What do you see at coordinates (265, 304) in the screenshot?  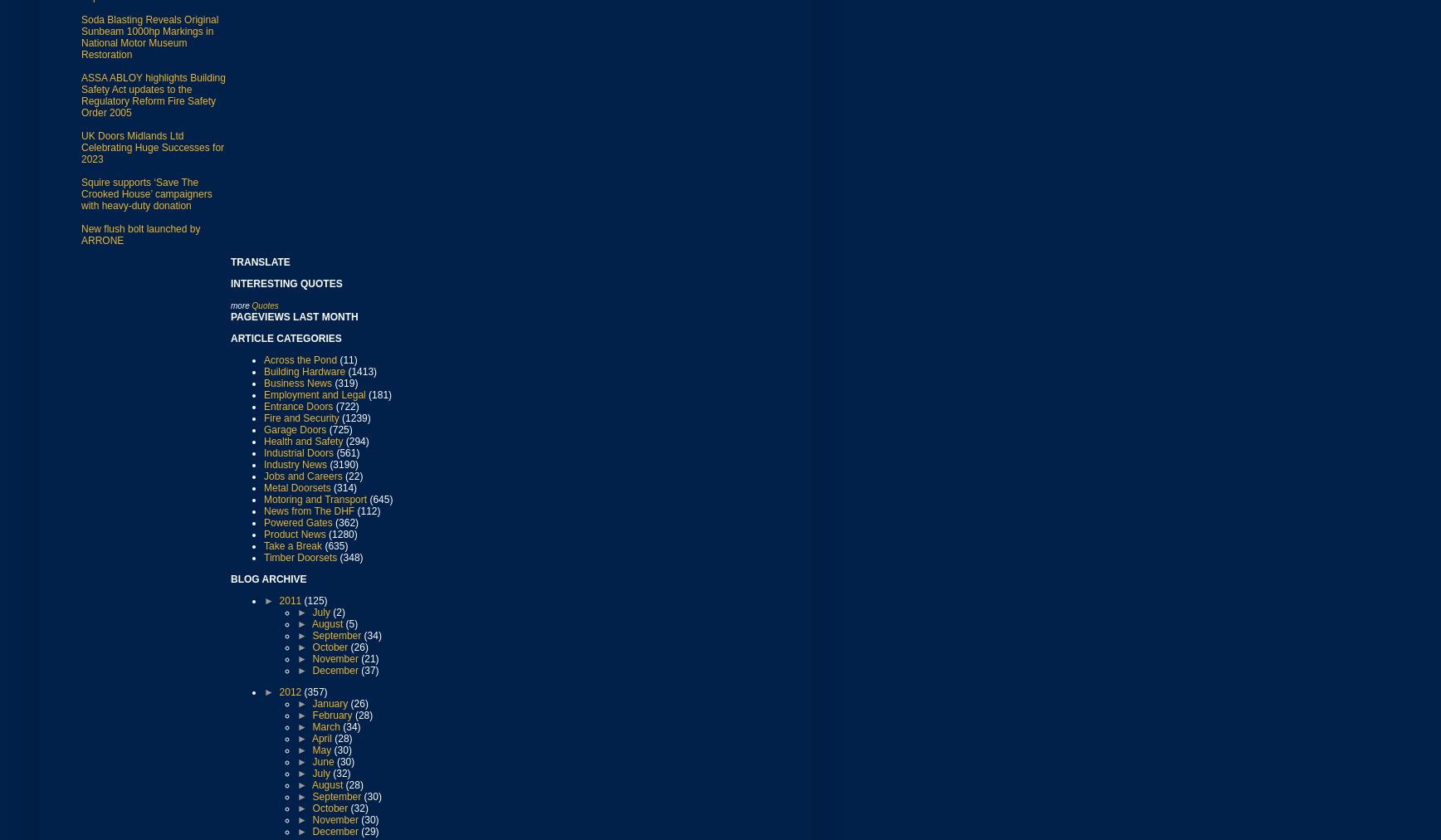 I see `'Quotes'` at bounding box center [265, 304].